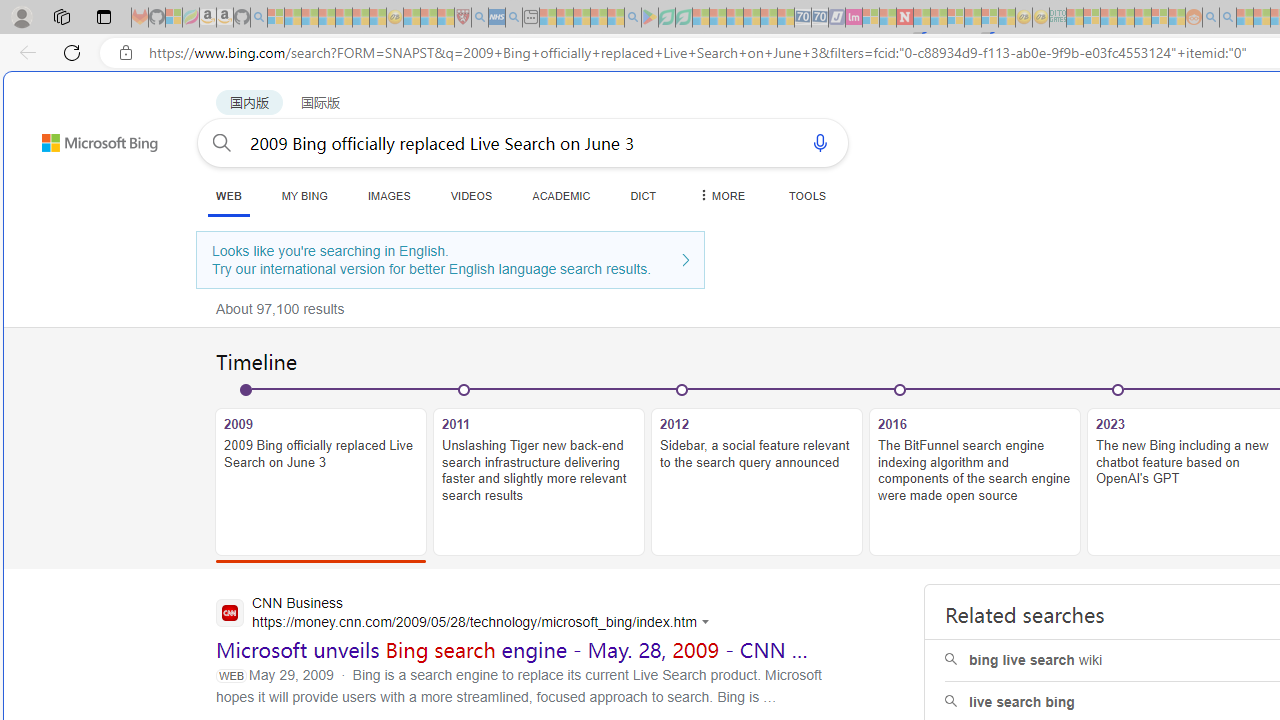  Describe the element at coordinates (937, 17) in the screenshot. I see `'14 Common Myths Debunked By Scientific Facts - Sleeping'` at that location.